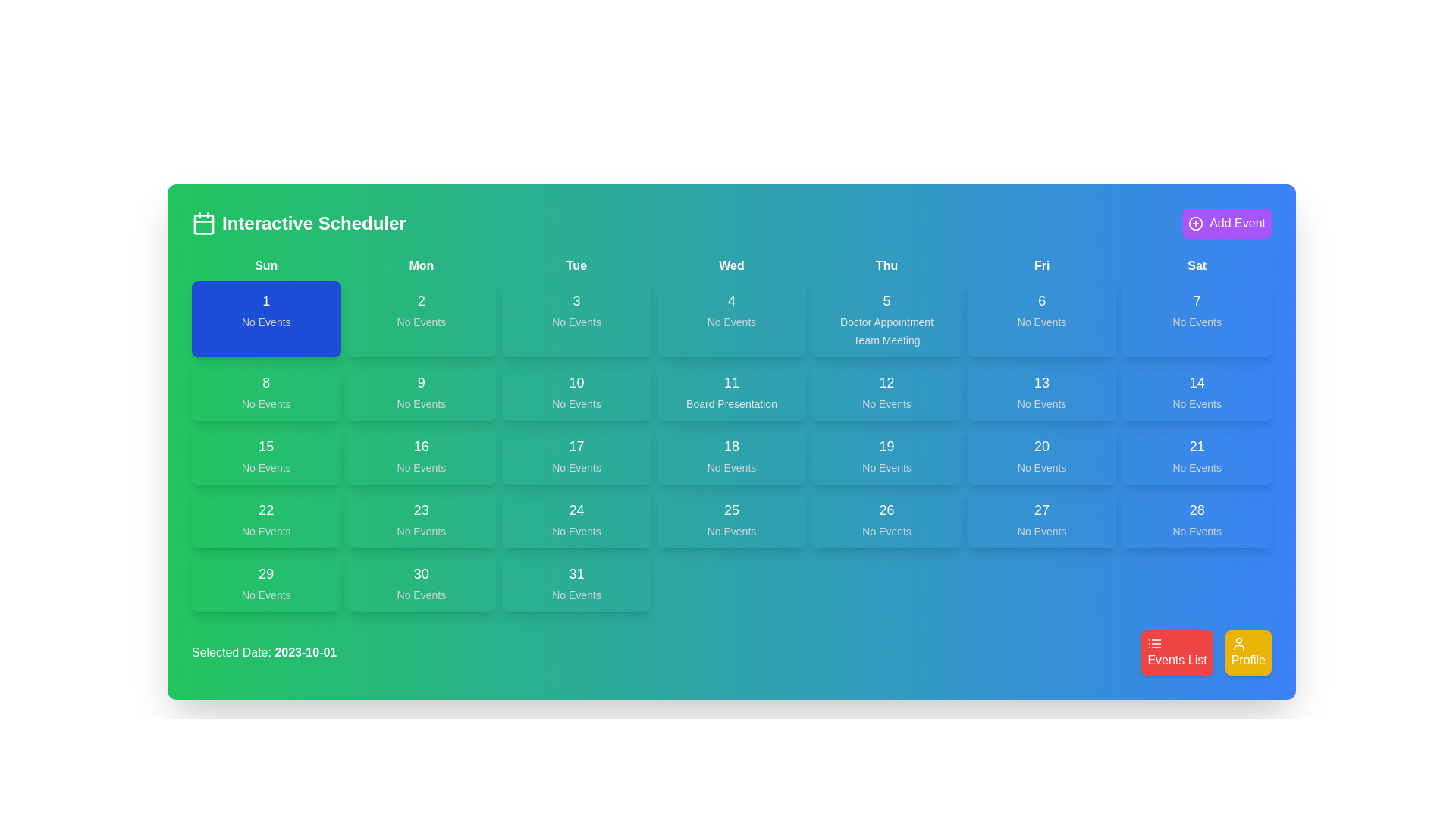 The width and height of the screenshot is (1456, 819). What do you see at coordinates (1196, 519) in the screenshot?
I see `the Calendar Day Block representing Saturday, the 28th, which has a blue background and contains the text '28' and 'No Events'` at bounding box center [1196, 519].